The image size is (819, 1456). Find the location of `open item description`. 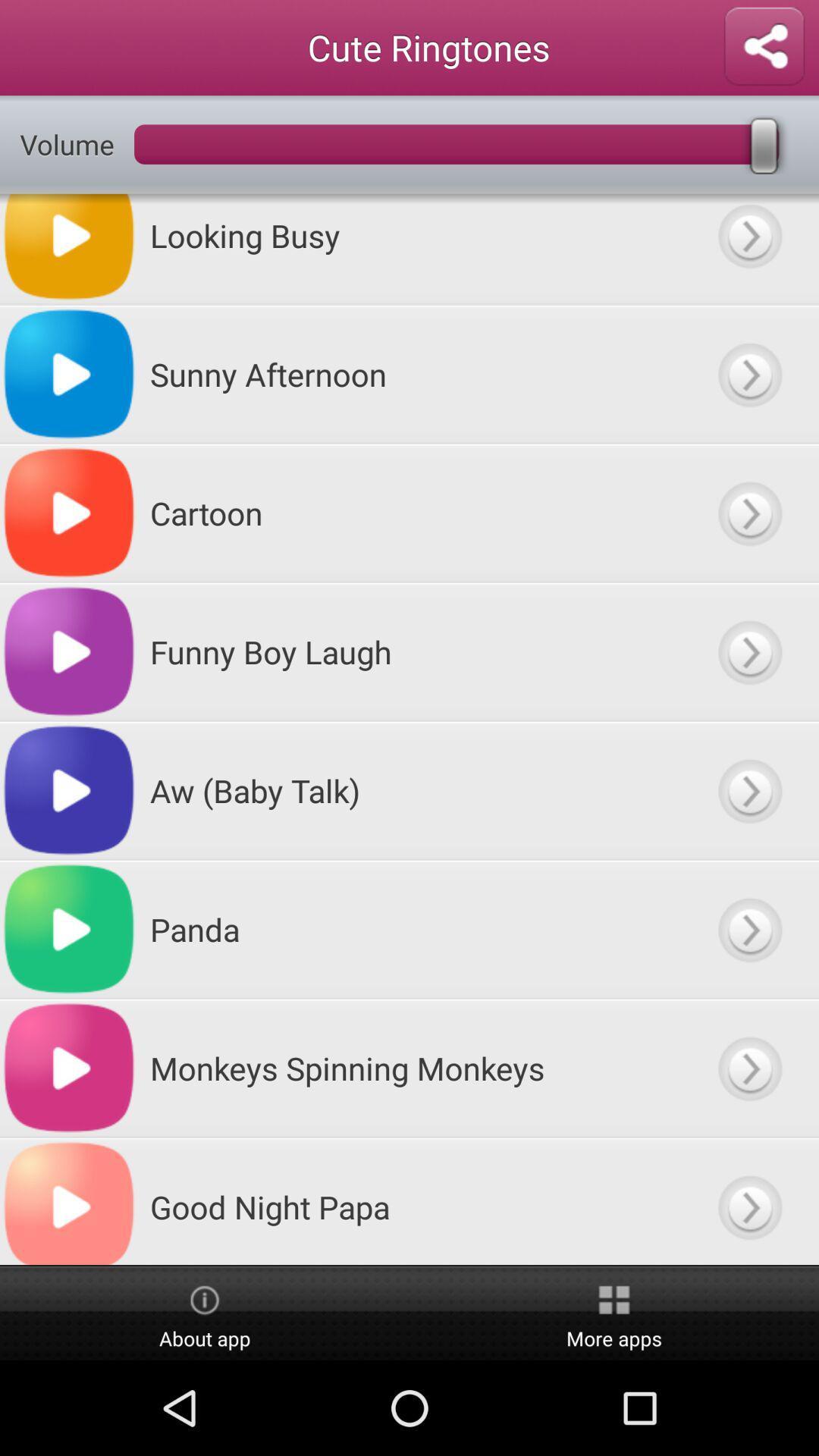

open item description is located at coordinates (748, 651).